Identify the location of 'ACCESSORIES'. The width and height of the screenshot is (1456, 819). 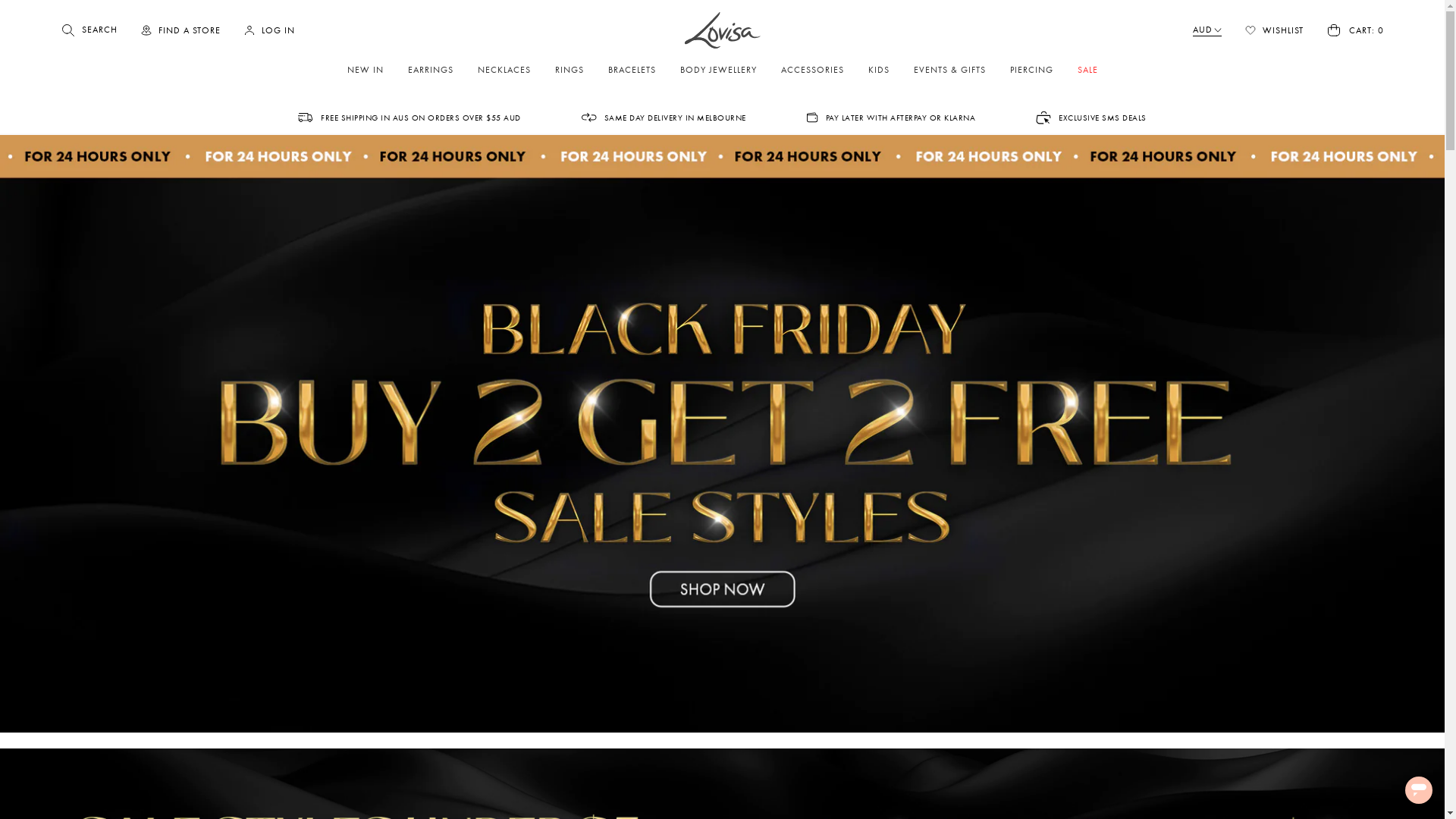
(811, 70).